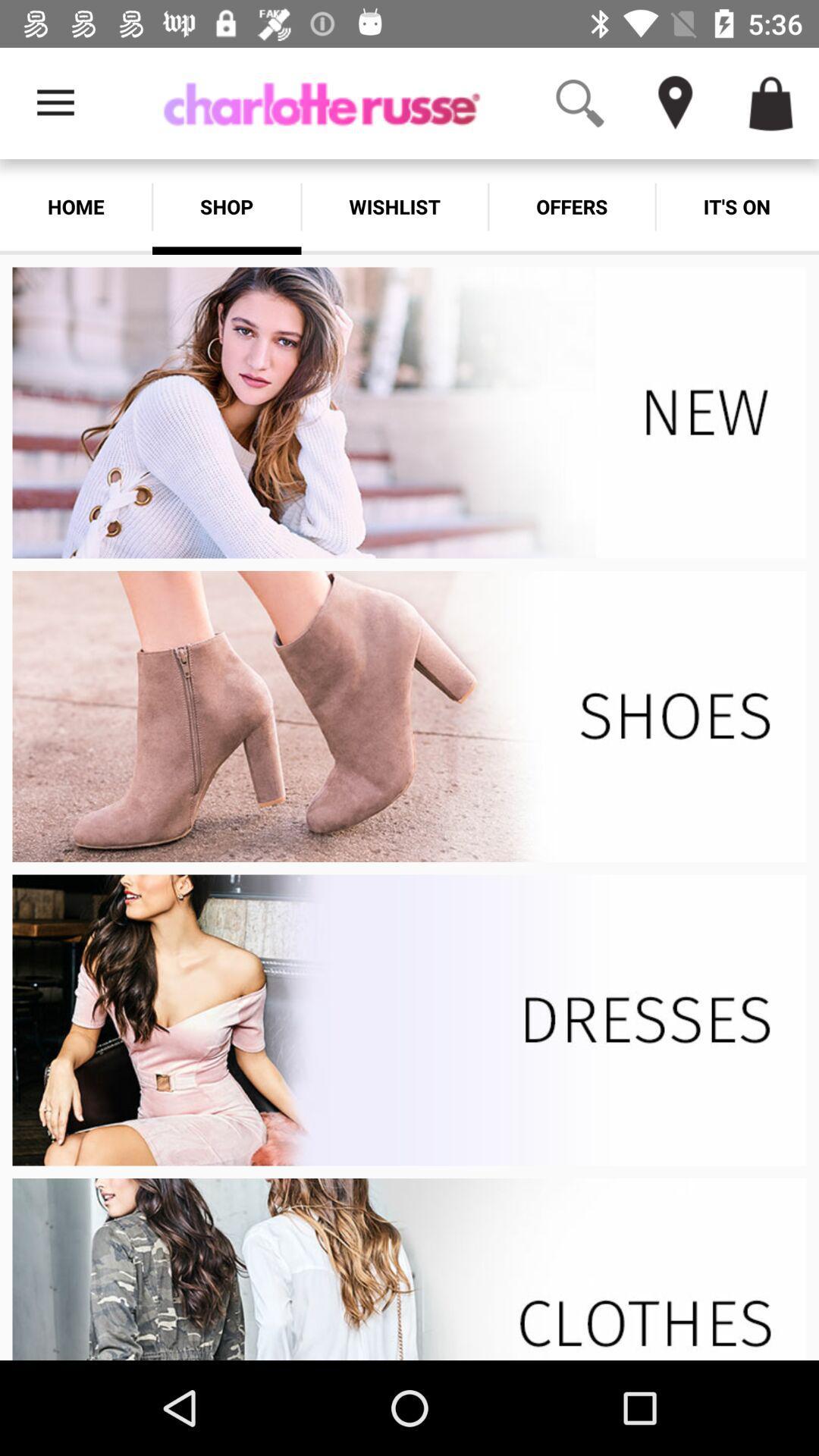 Image resolution: width=819 pixels, height=1456 pixels. I want to click on move to its on  tab, so click(736, 206).